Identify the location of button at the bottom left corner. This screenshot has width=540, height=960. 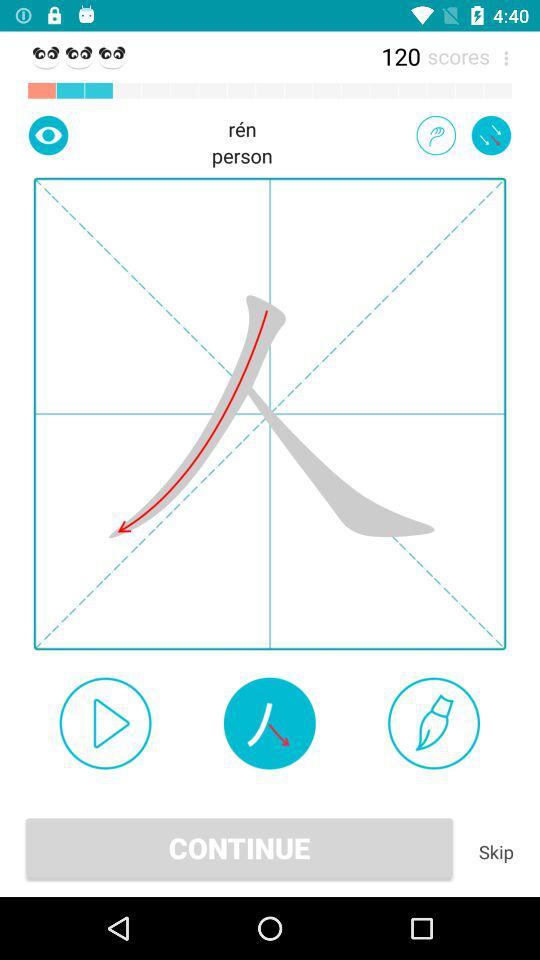
(105, 722).